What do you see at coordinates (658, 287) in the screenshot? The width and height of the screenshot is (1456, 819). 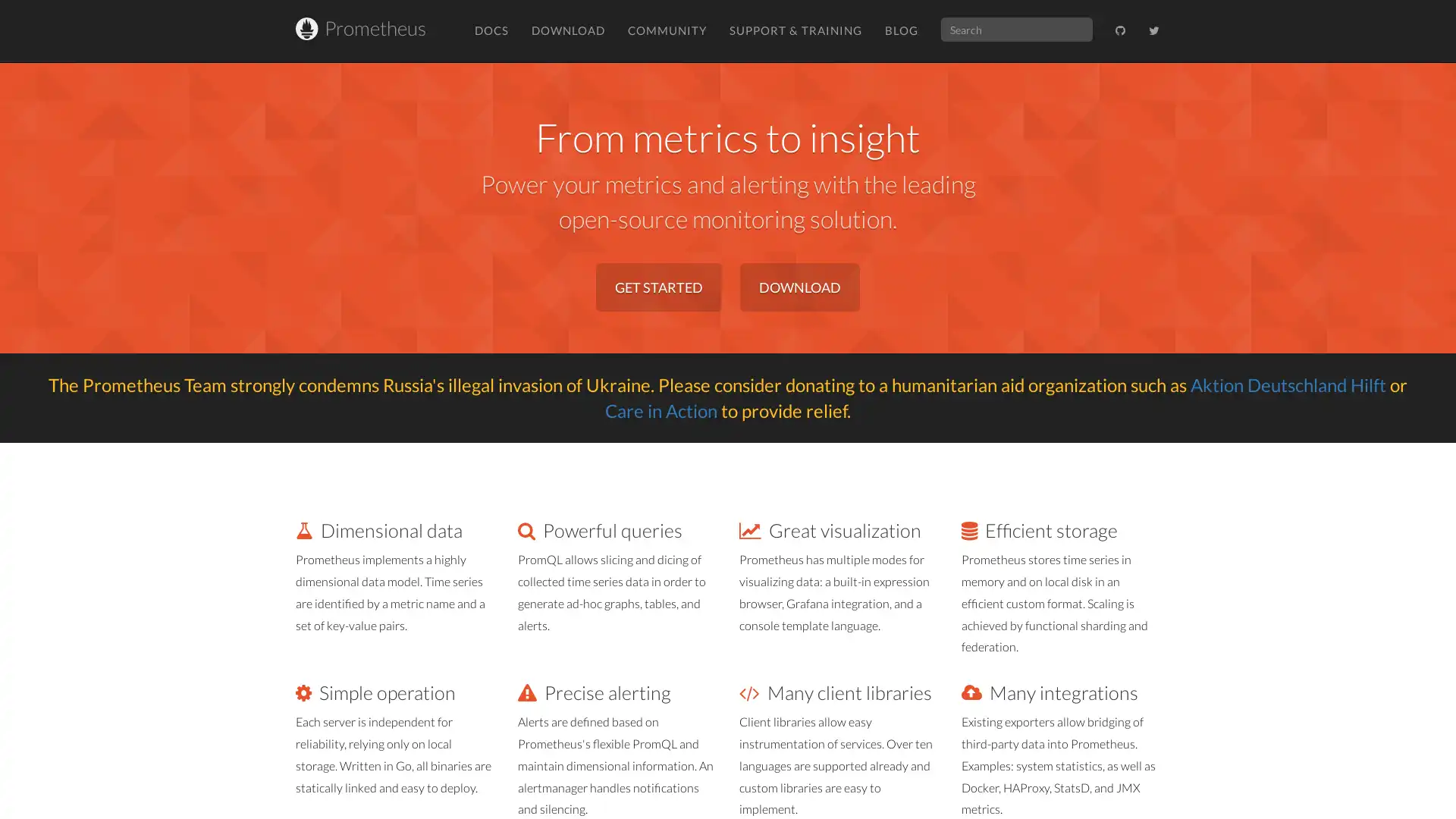 I see `GET STARTED` at bounding box center [658, 287].